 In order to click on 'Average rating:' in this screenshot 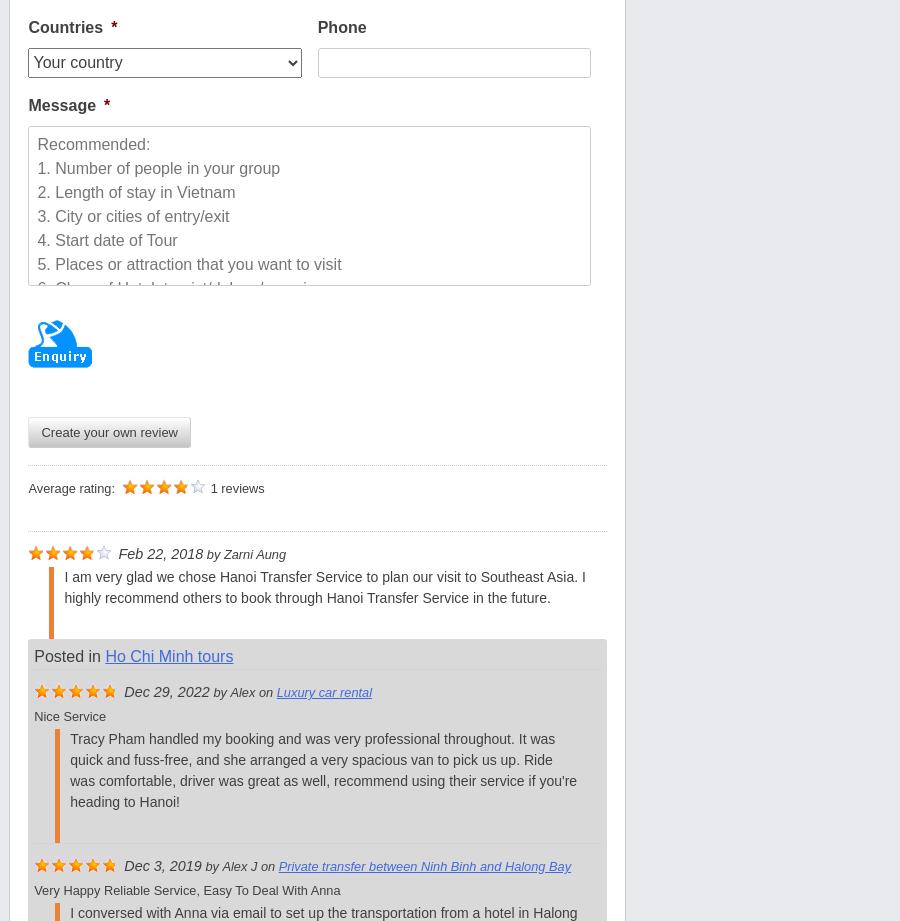, I will do `click(71, 487)`.